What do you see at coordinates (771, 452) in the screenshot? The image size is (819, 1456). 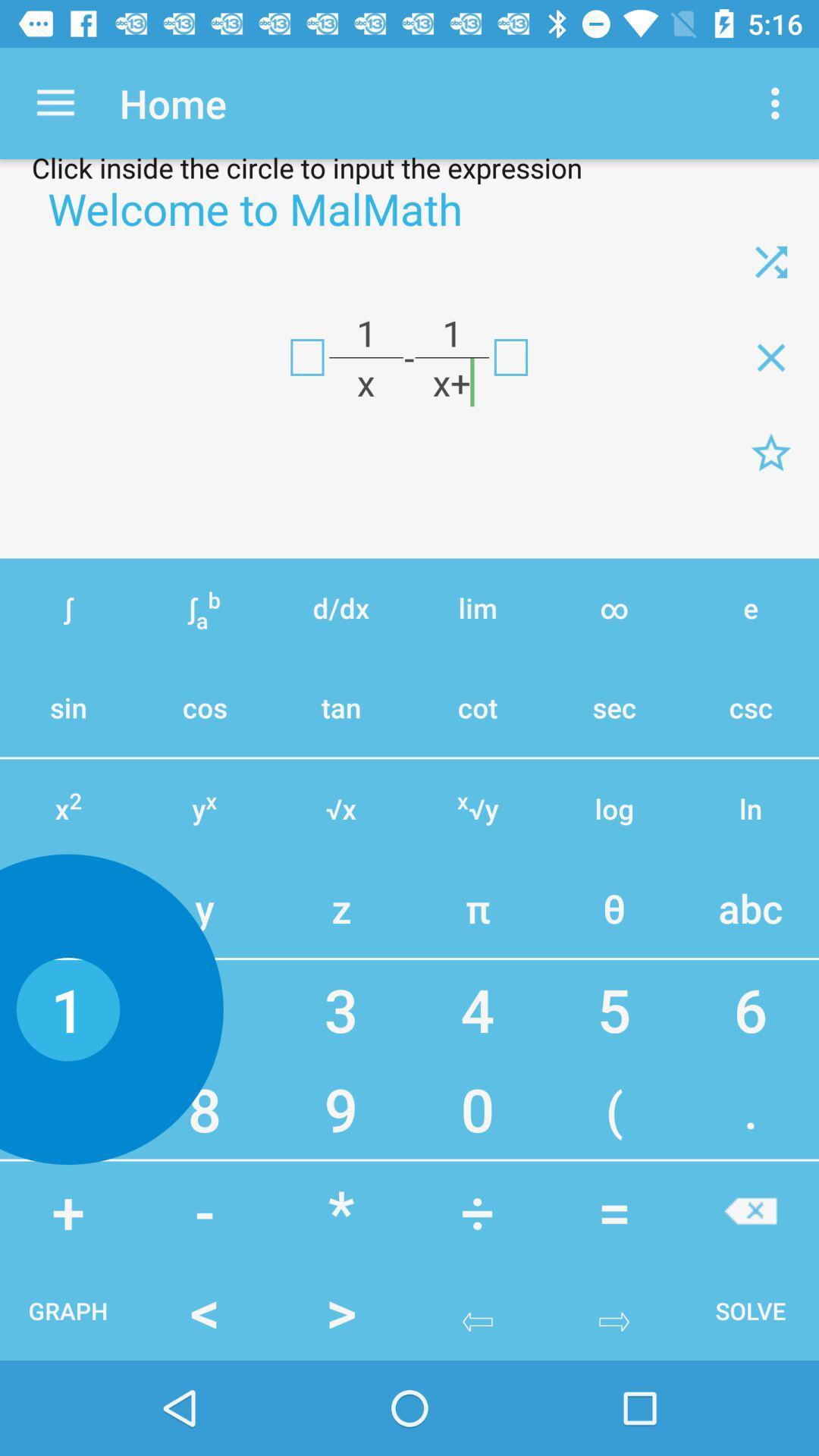 I see `the equation` at bounding box center [771, 452].